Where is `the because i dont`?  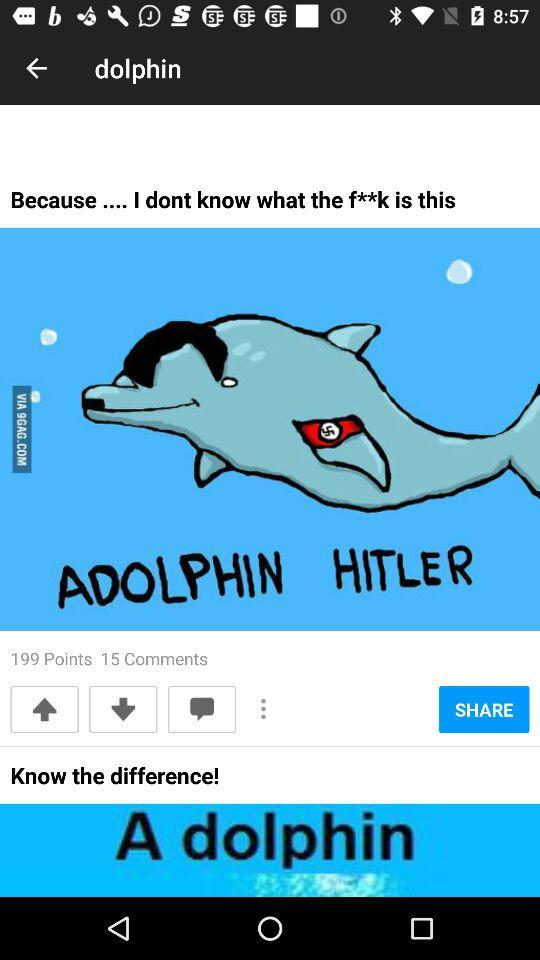
the because i dont is located at coordinates (232, 205).